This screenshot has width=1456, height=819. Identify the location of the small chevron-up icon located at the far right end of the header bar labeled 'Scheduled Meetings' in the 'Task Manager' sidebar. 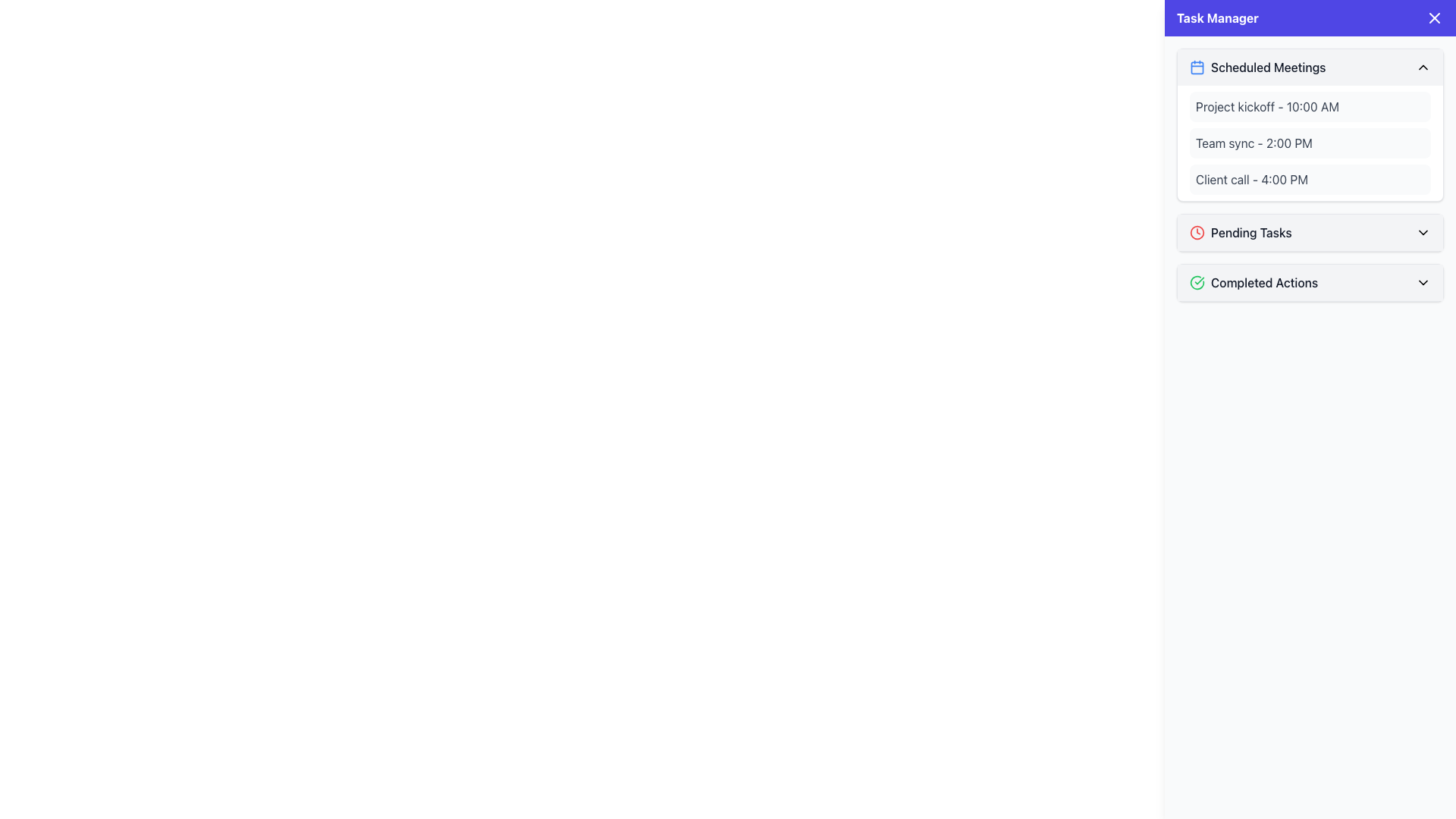
(1422, 66).